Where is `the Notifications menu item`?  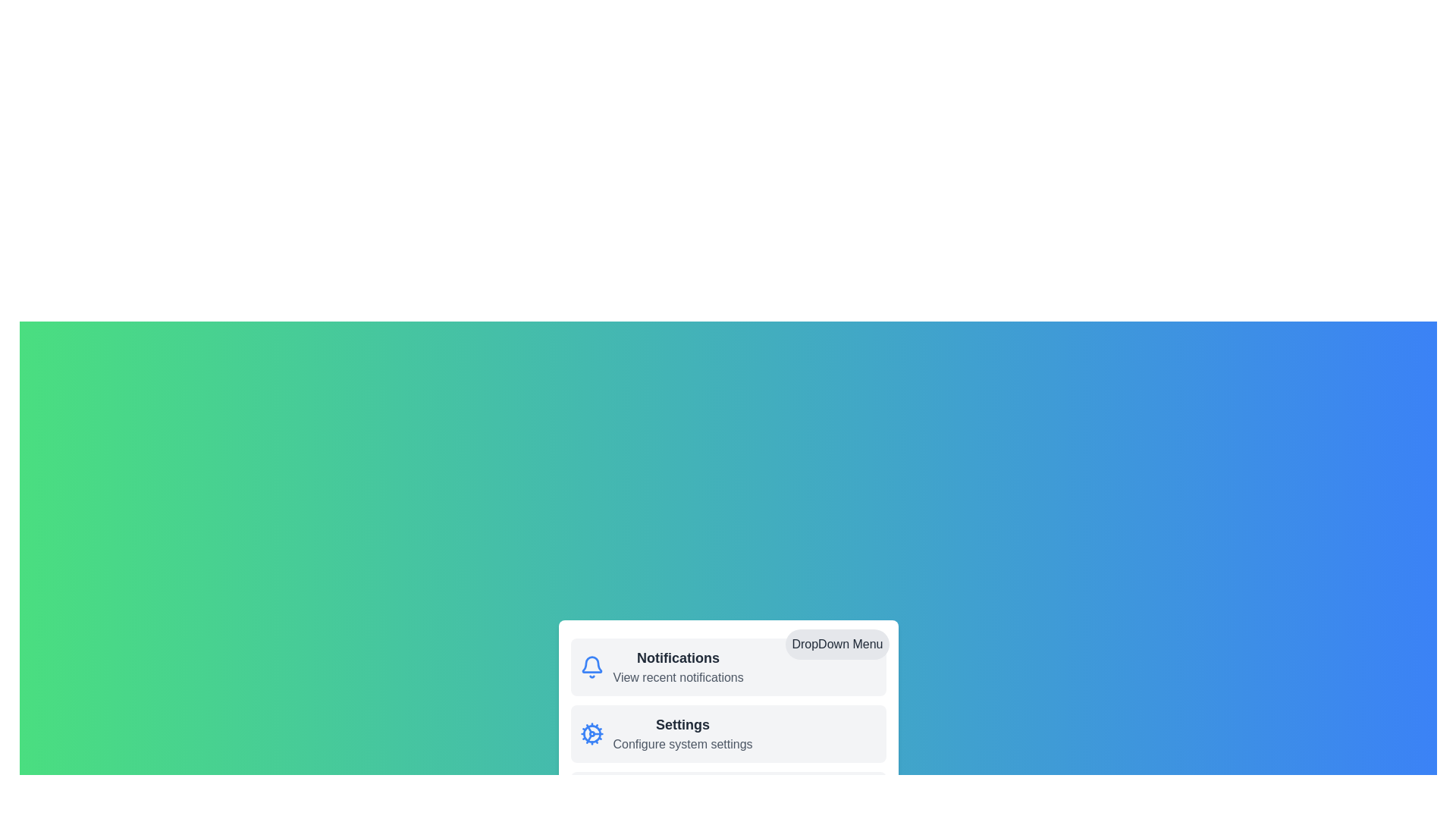
the Notifications menu item is located at coordinates (677, 657).